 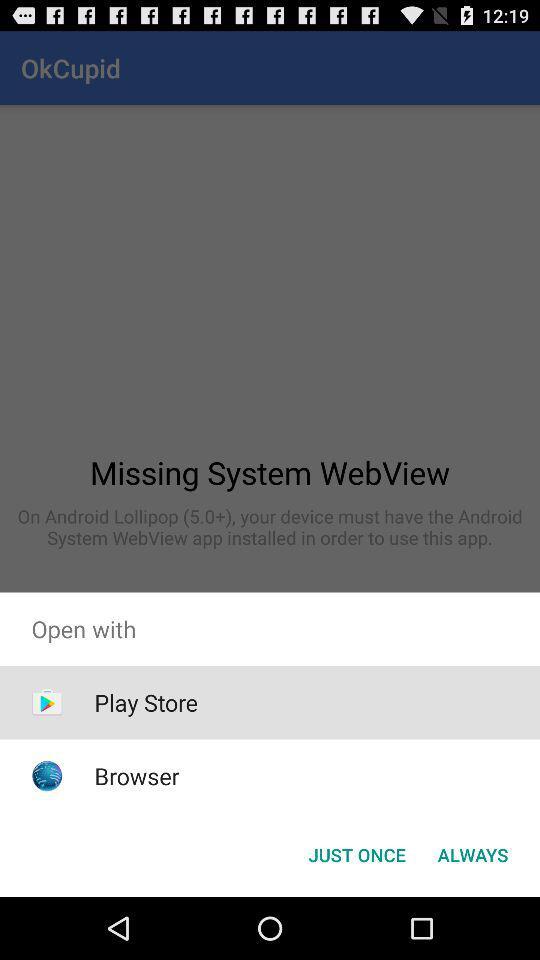 What do you see at coordinates (356, 853) in the screenshot?
I see `icon at the bottom` at bounding box center [356, 853].